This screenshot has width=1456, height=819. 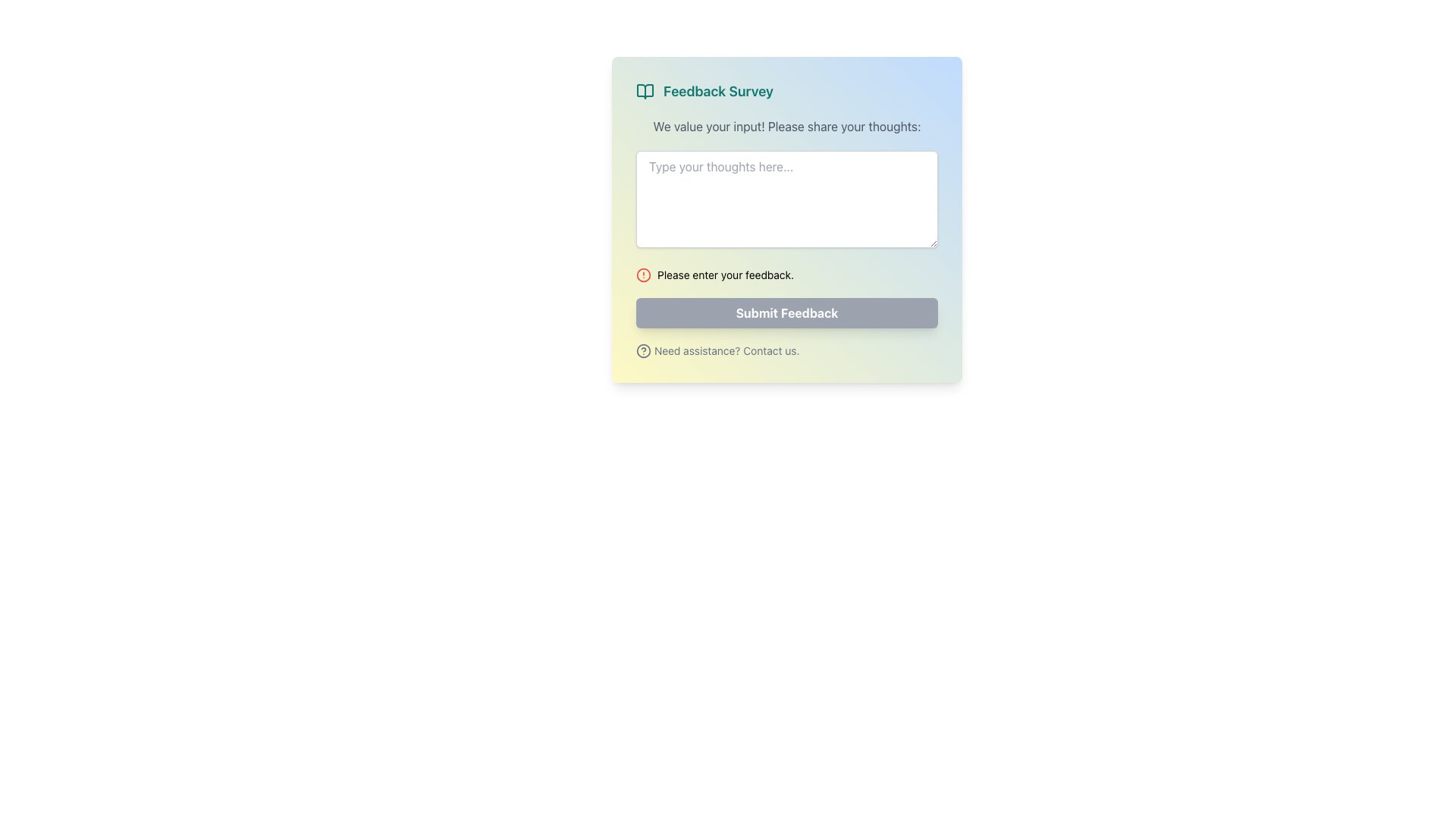 What do you see at coordinates (645, 91) in the screenshot?
I see `the open book icon located to the left of the 'Feedback Survey' header text within the feedback widget` at bounding box center [645, 91].